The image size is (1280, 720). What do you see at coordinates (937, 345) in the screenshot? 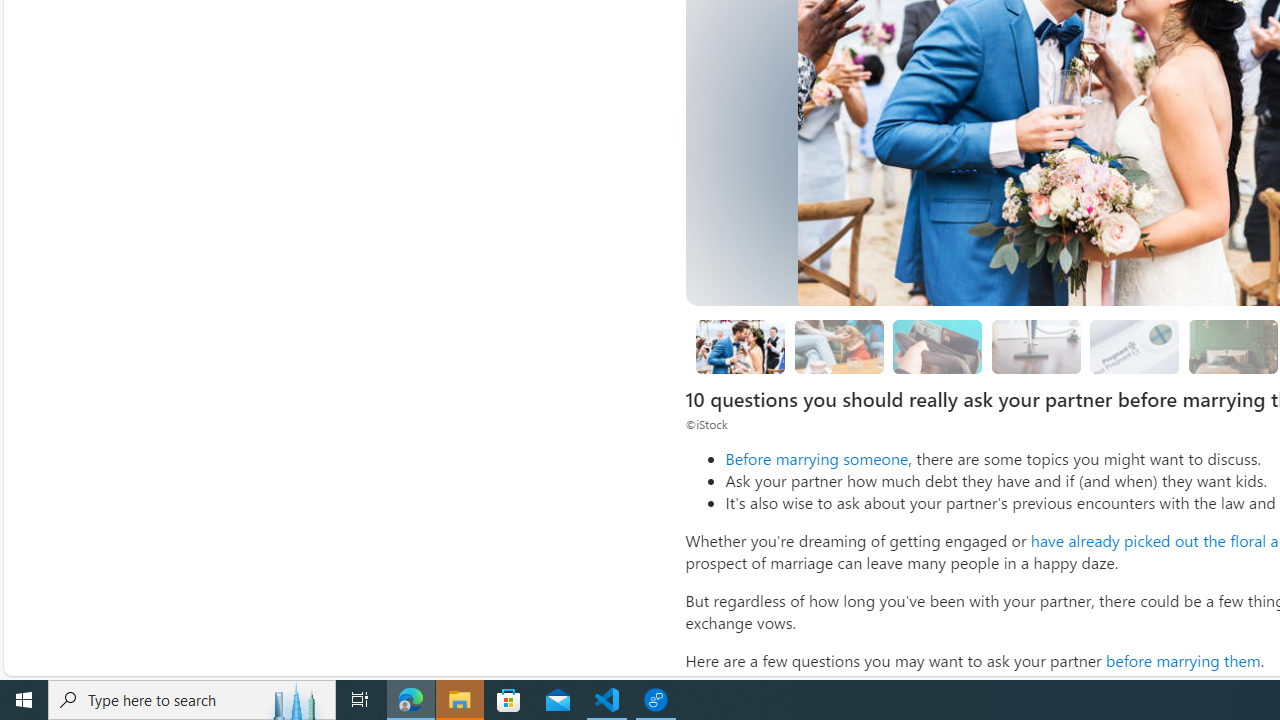
I see `'What kind of debt do you have?'` at bounding box center [937, 345].